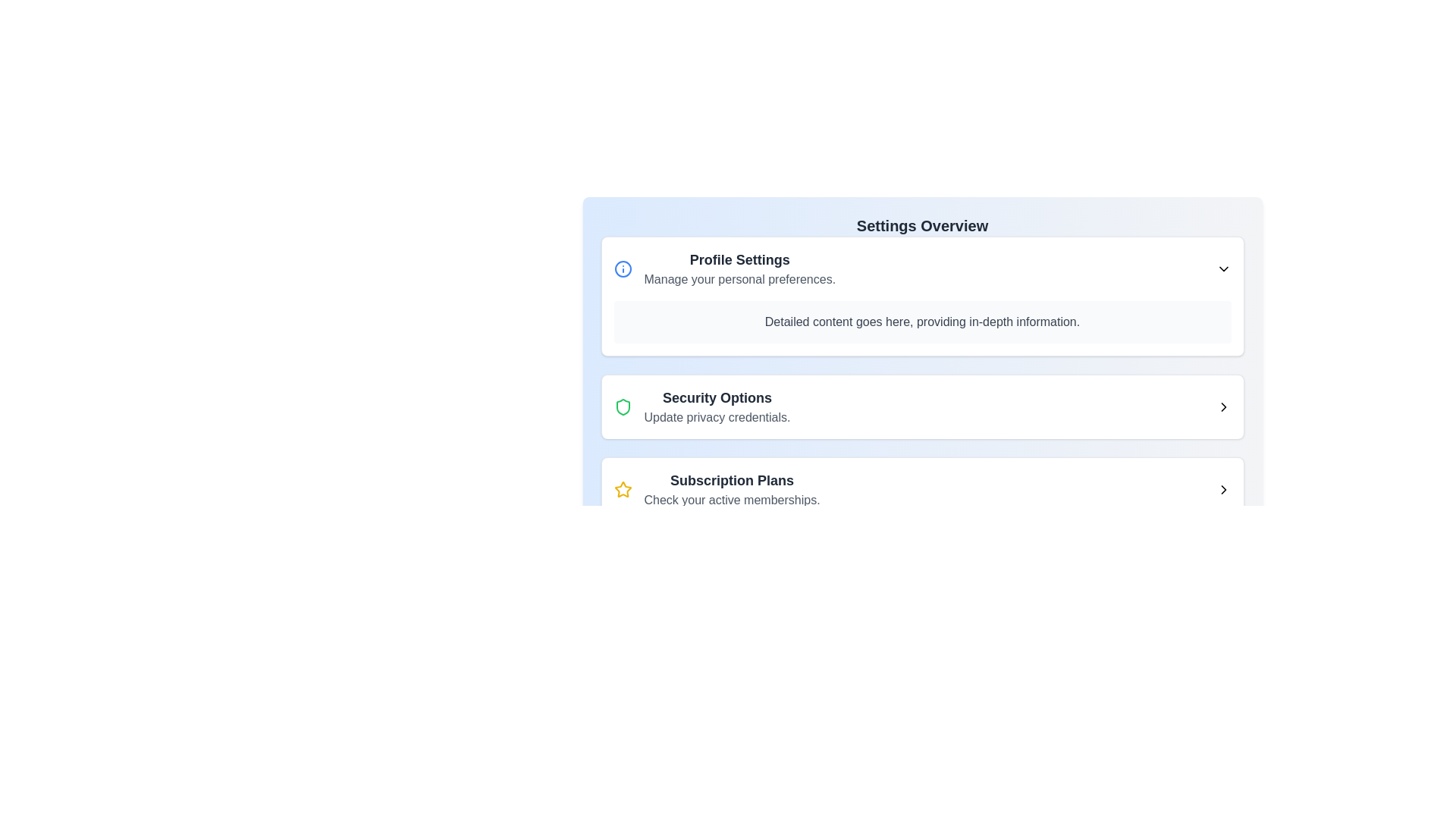 The height and width of the screenshot is (819, 1456). Describe the element at coordinates (723, 268) in the screenshot. I see `the first list item` at that location.